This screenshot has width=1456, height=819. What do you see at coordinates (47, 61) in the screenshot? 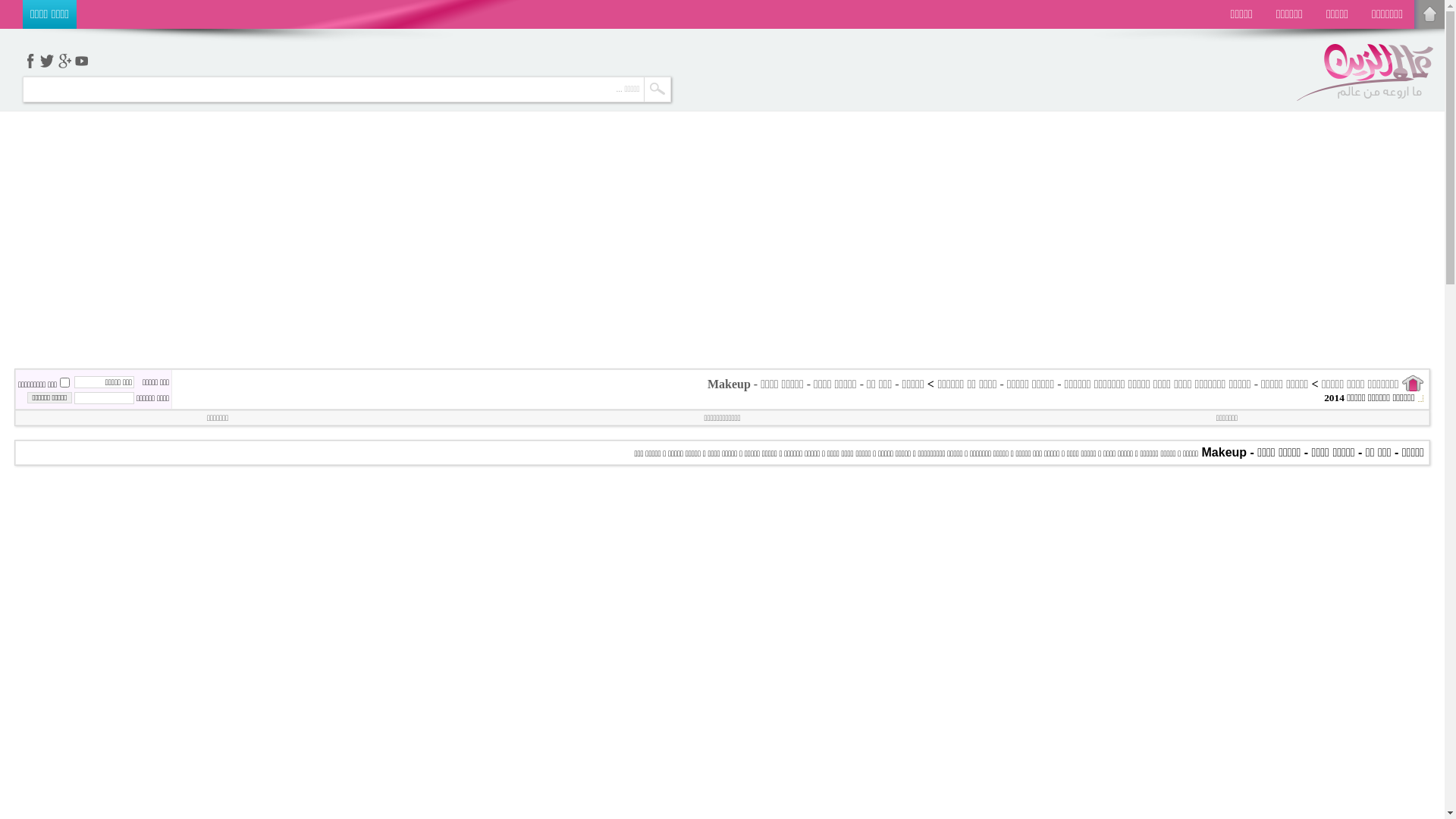
I see `'twetter'` at bounding box center [47, 61].